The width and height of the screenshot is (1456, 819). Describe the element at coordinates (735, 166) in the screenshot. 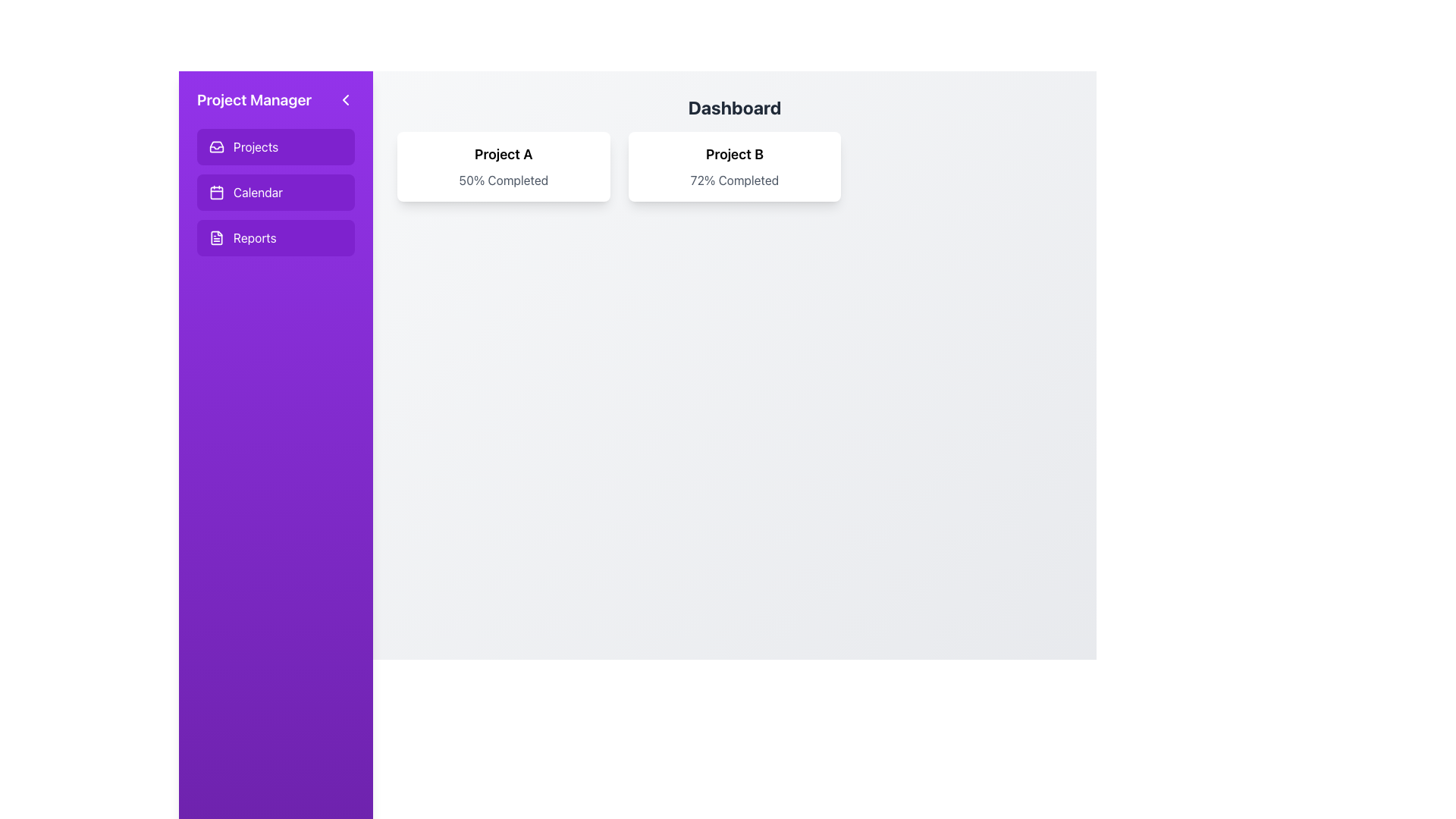

I see `the Information card displaying progress for 'Project B', which is the second card in a three-card layout` at that location.